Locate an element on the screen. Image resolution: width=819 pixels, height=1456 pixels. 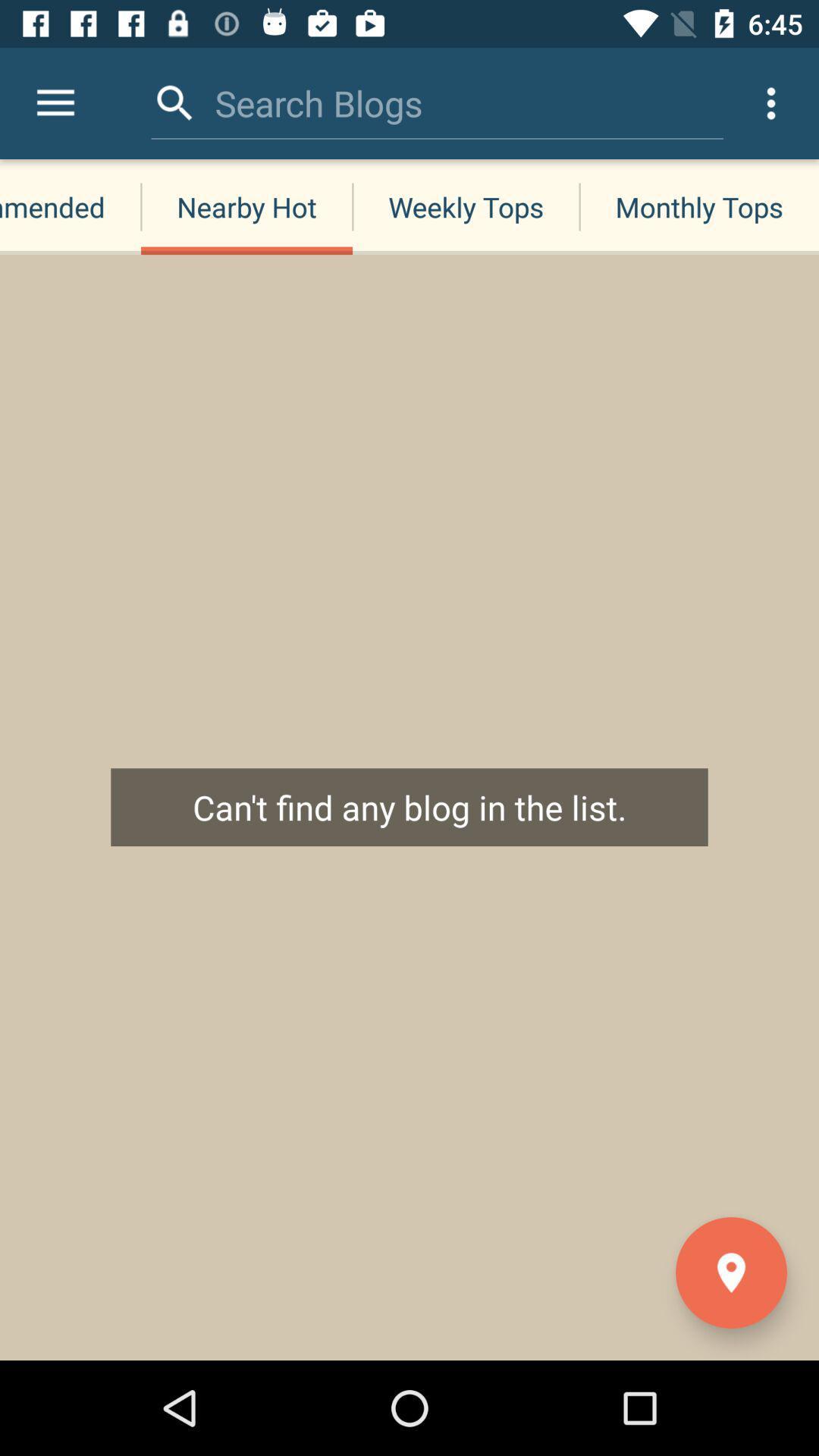
the location icon is located at coordinates (730, 1272).